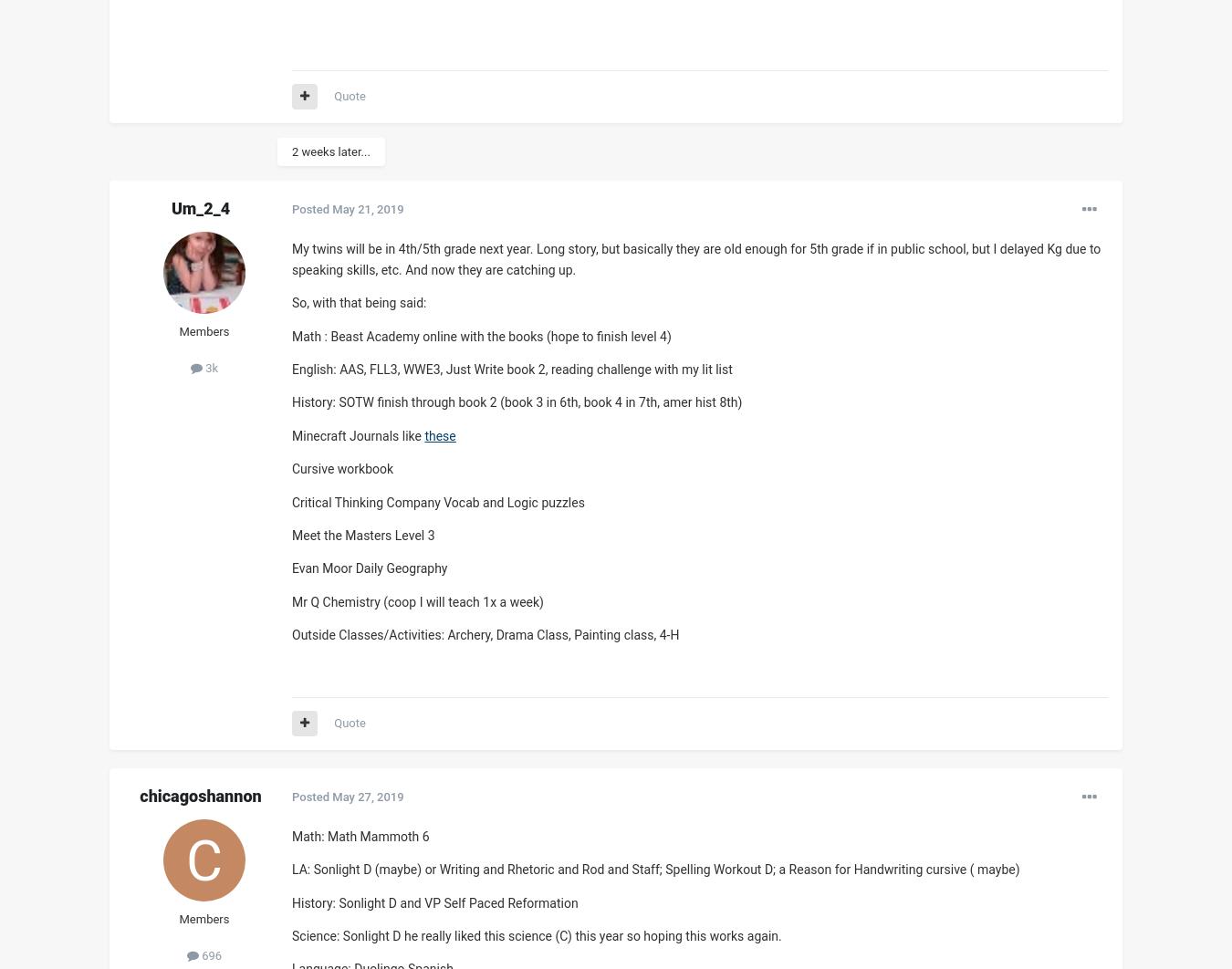  Describe the element at coordinates (485, 635) in the screenshot. I see `'Outside Classes/Activities: Archery, Drama Class, Painting class, 4-H'` at that location.